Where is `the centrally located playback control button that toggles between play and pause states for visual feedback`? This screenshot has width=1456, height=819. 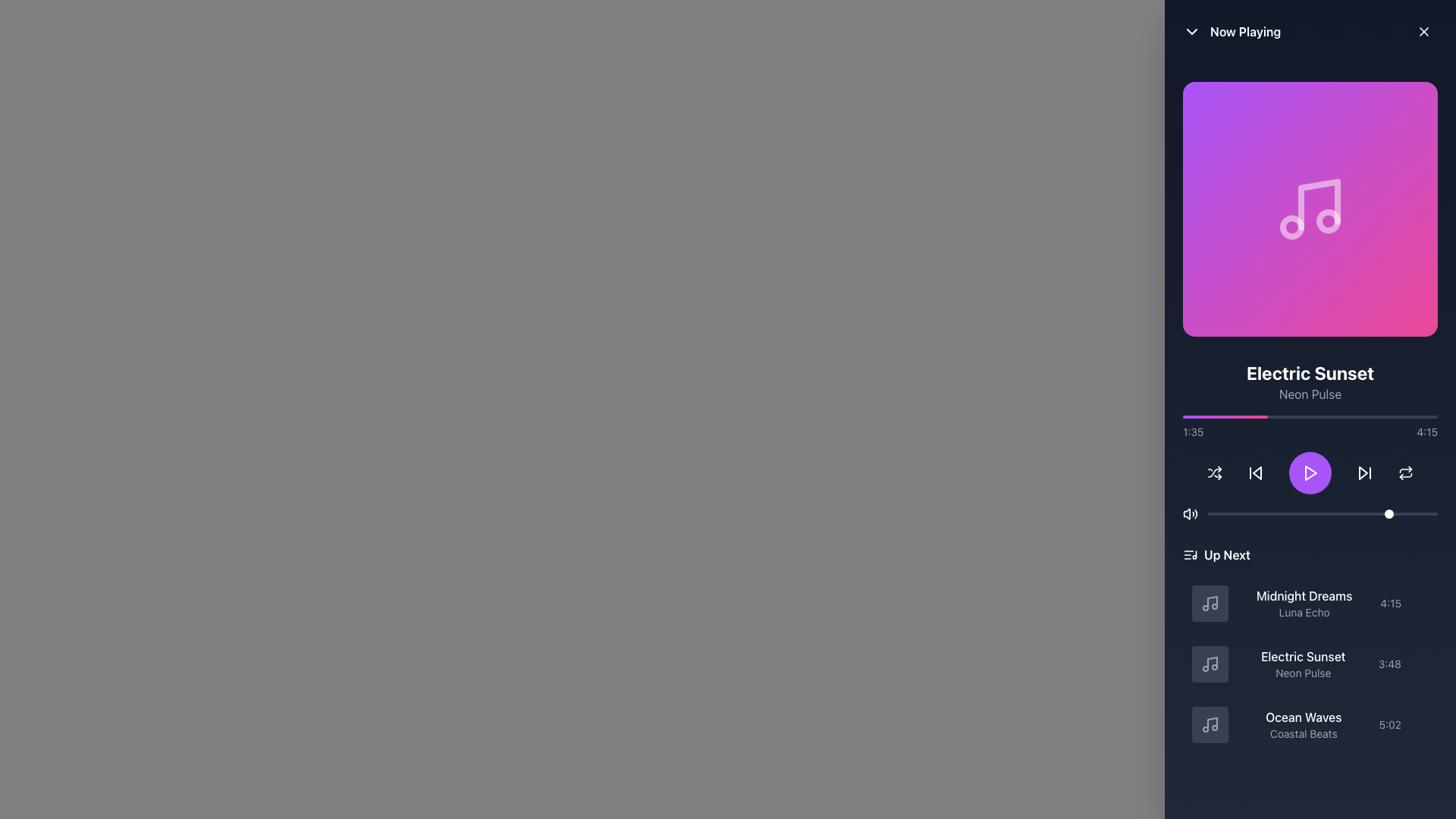
the centrally located playback control button that toggles between play and pause states for visual feedback is located at coordinates (1310, 472).